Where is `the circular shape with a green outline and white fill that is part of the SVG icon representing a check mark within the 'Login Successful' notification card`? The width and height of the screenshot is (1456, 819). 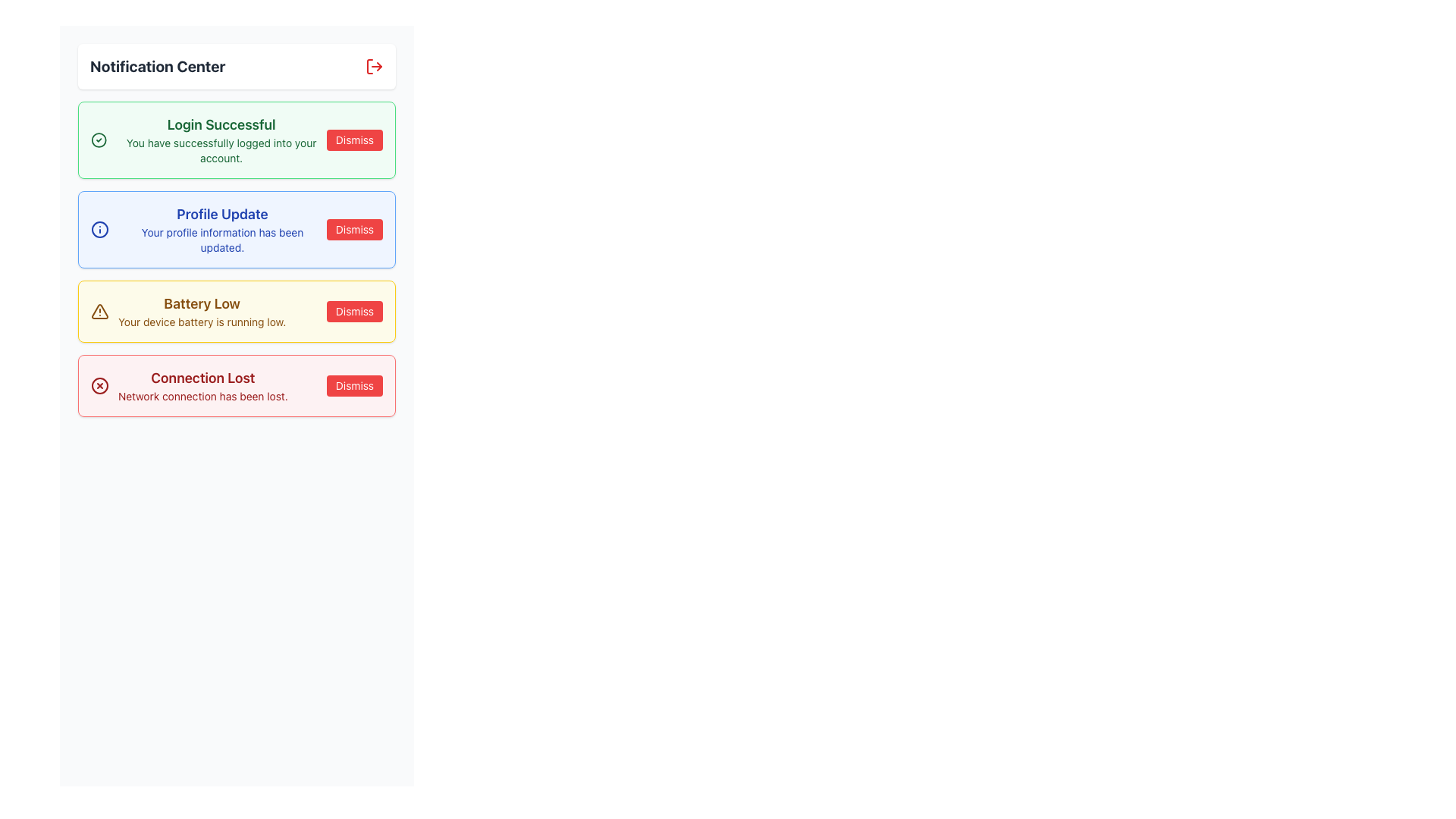 the circular shape with a green outline and white fill that is part of the SVG icon representing a check mark within the 'Login Successful' notification card is located at coordinates (98, 140).